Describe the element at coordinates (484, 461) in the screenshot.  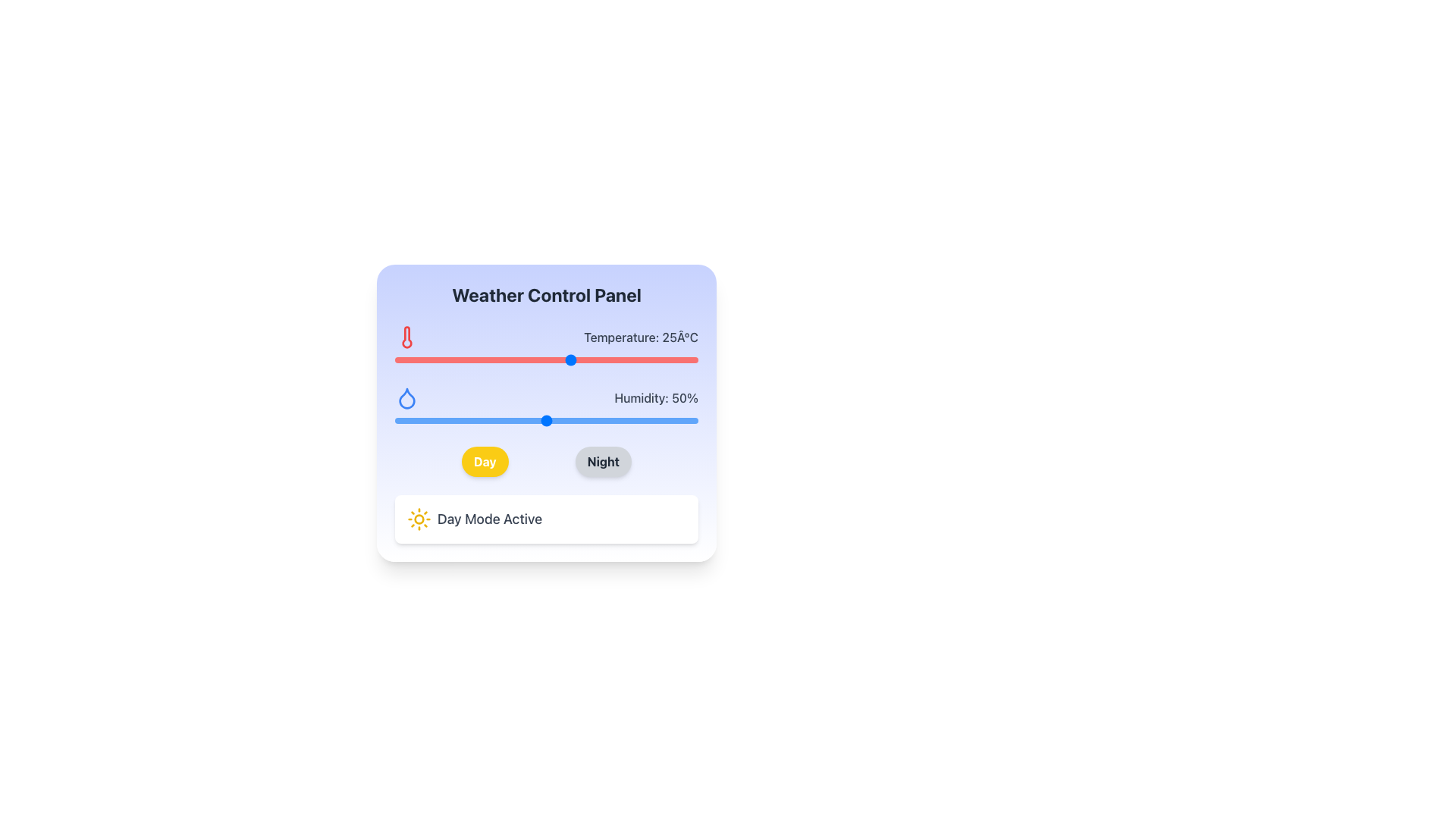
I see `the 'Day' button, which has a yellow background and white text` at that location.